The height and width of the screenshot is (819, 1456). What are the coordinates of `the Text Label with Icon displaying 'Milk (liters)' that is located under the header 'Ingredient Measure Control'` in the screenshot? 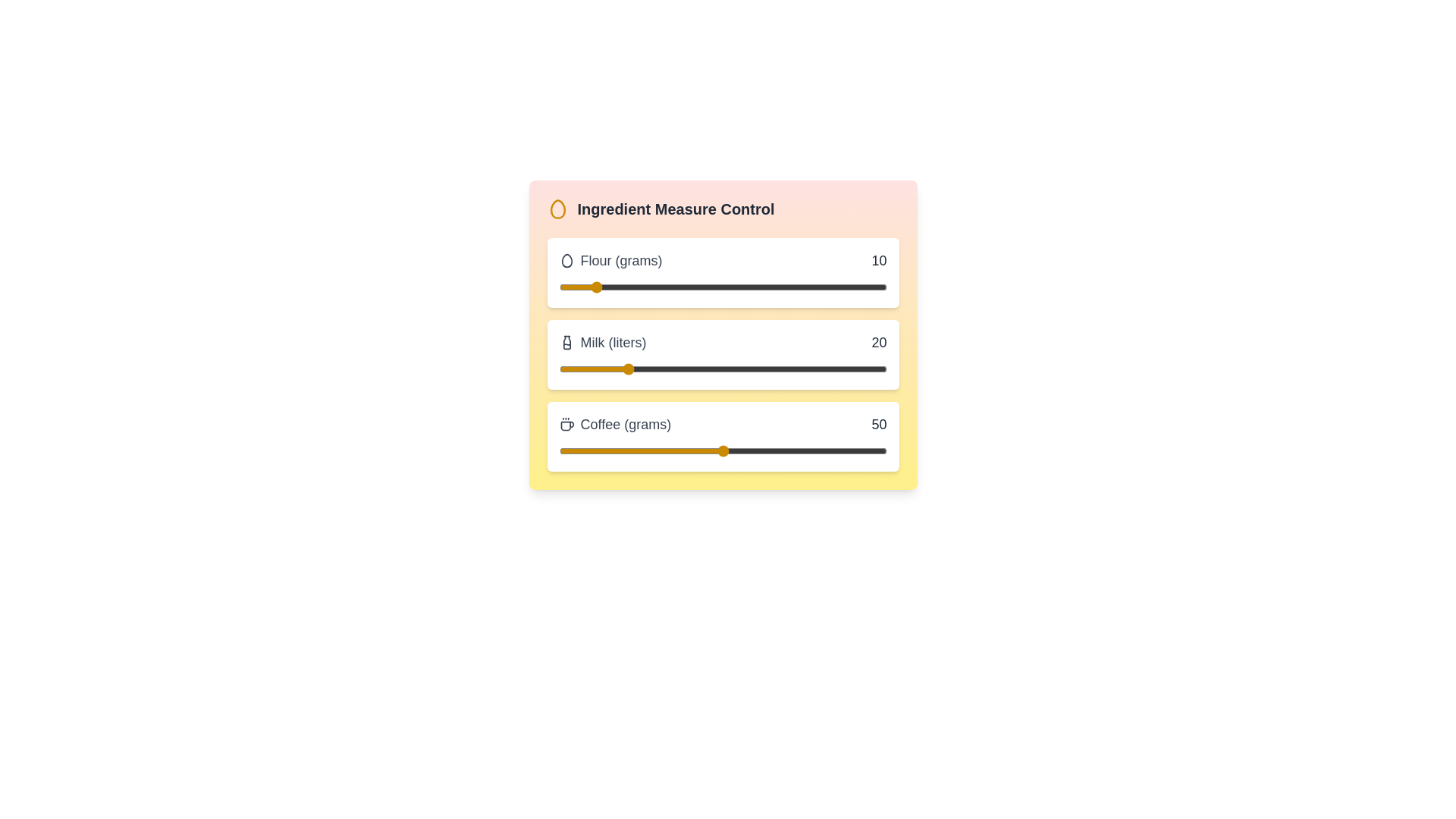 It's located at (602, 342).